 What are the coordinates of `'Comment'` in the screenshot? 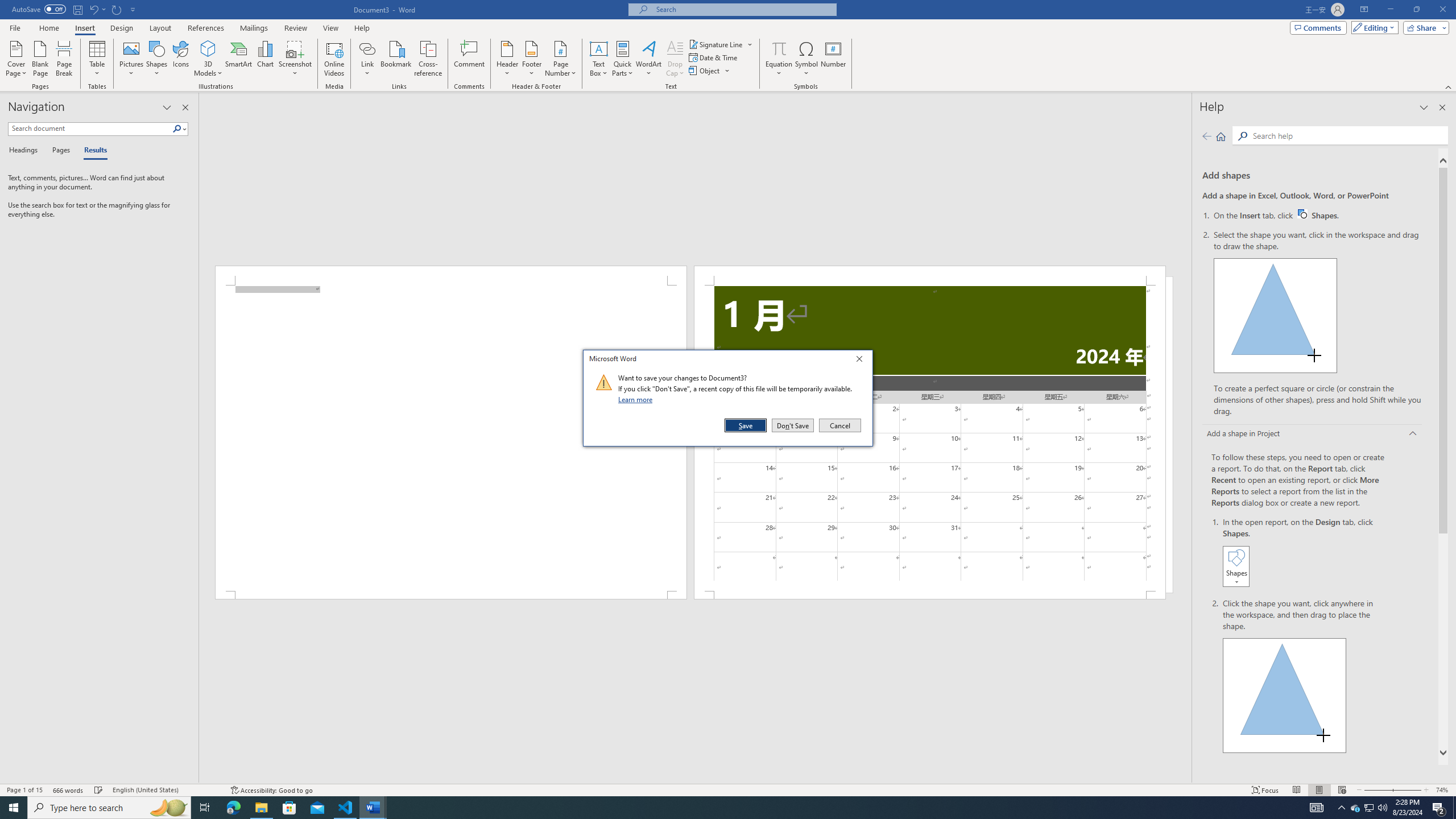 It's located at (469, 59).